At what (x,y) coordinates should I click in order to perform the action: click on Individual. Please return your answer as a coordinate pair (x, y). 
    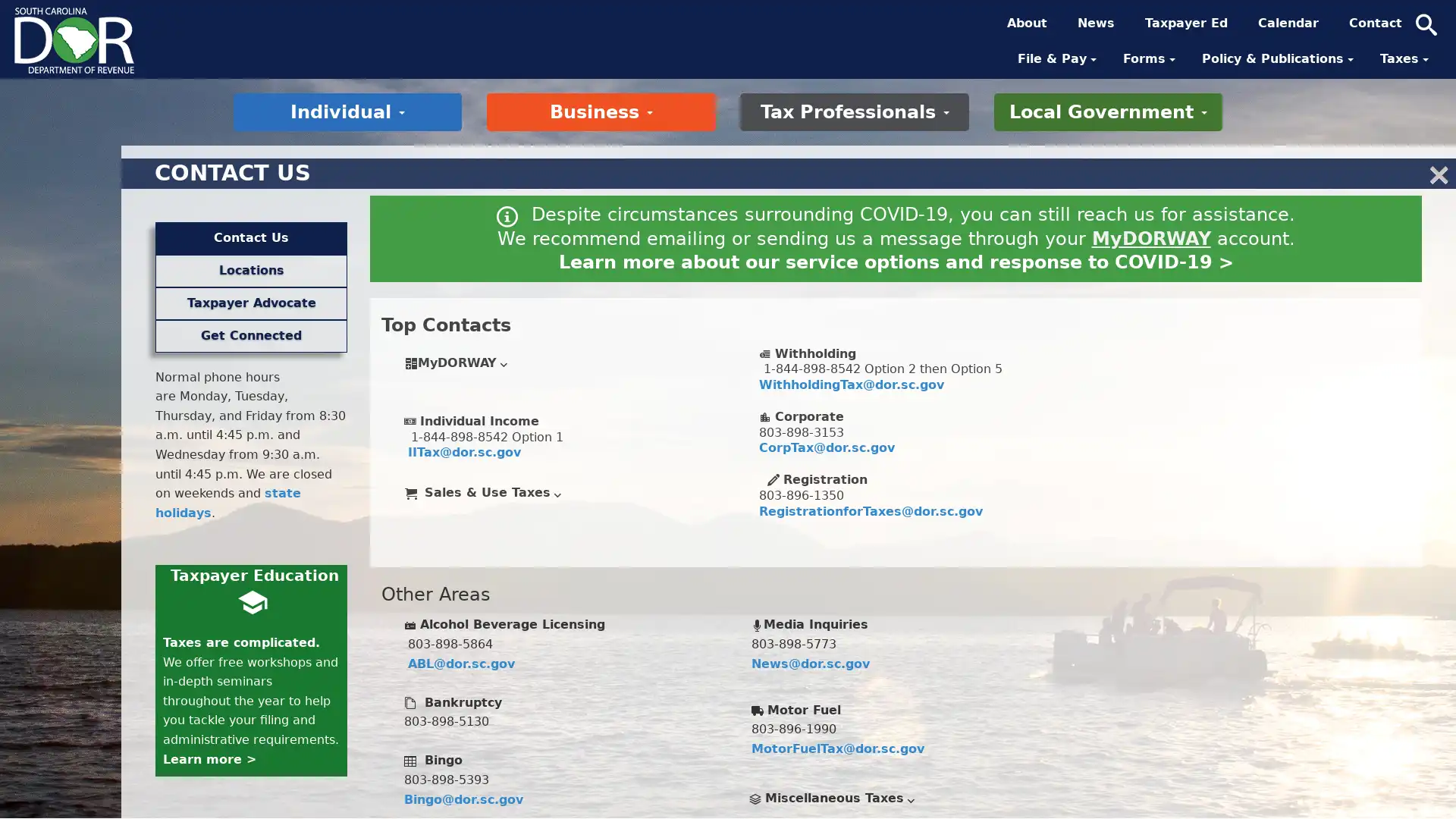
    Looking at the image, I should click on (346, 110).